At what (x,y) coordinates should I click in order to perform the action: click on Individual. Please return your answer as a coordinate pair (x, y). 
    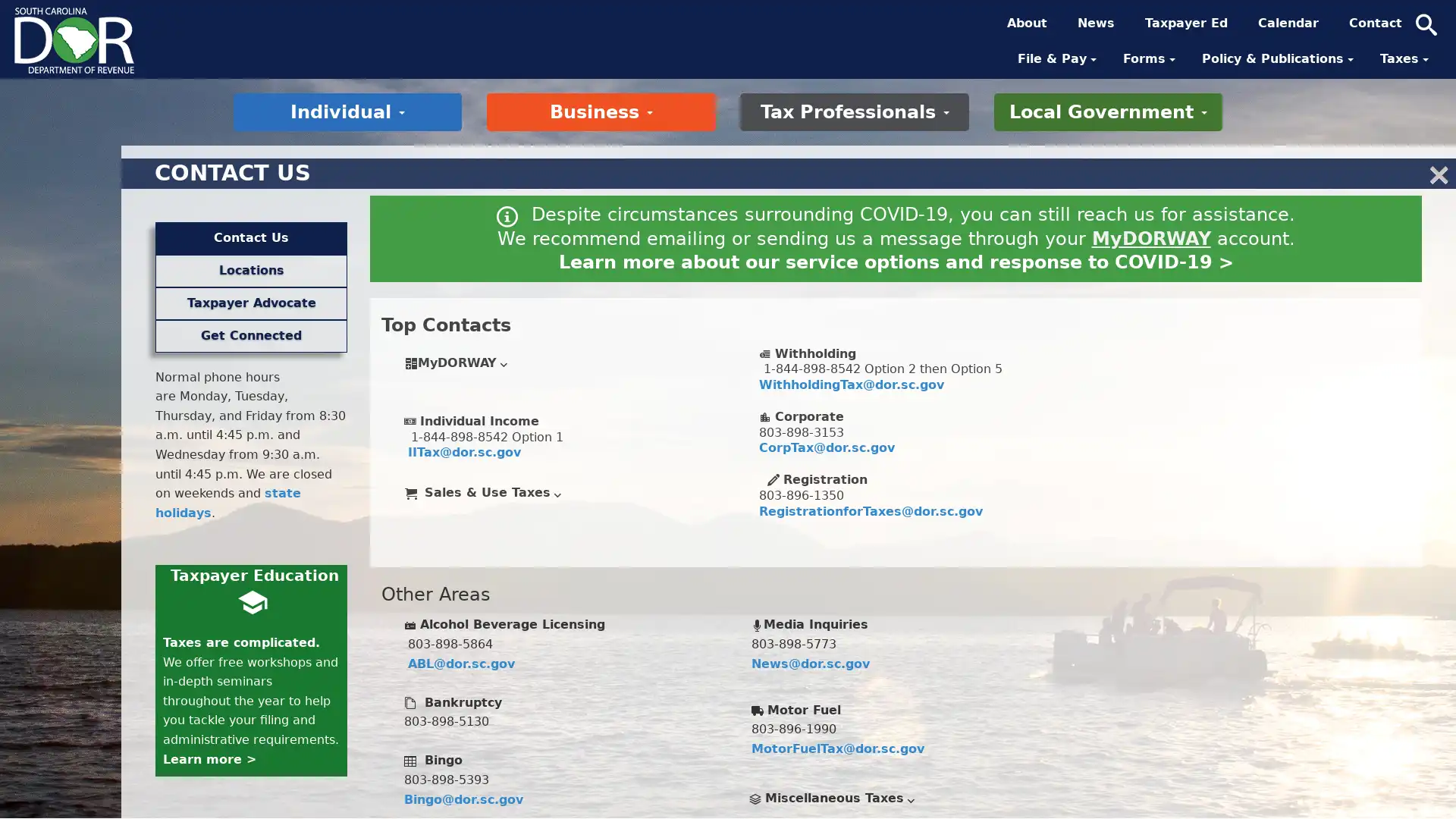
    Looking at the image, I should click on (346, 110).